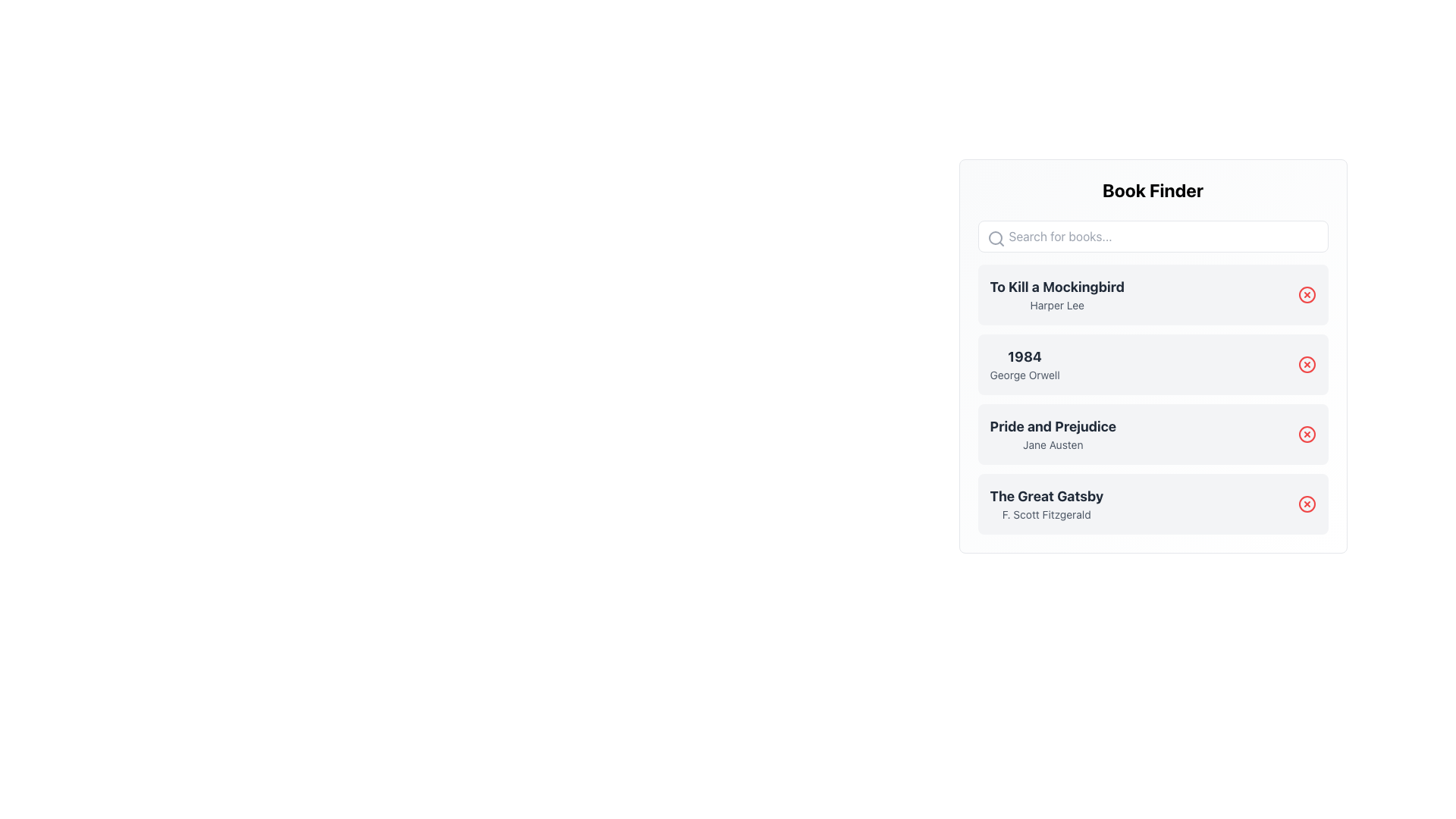 Image resolution: width=1456 pixels, height=819 pixels. I want to click on the text label displaying the author's name for the book 'To Kill a Mockingbird', which is positioned below the book title in the 'Book Finder' interface, so click(1056, 305).